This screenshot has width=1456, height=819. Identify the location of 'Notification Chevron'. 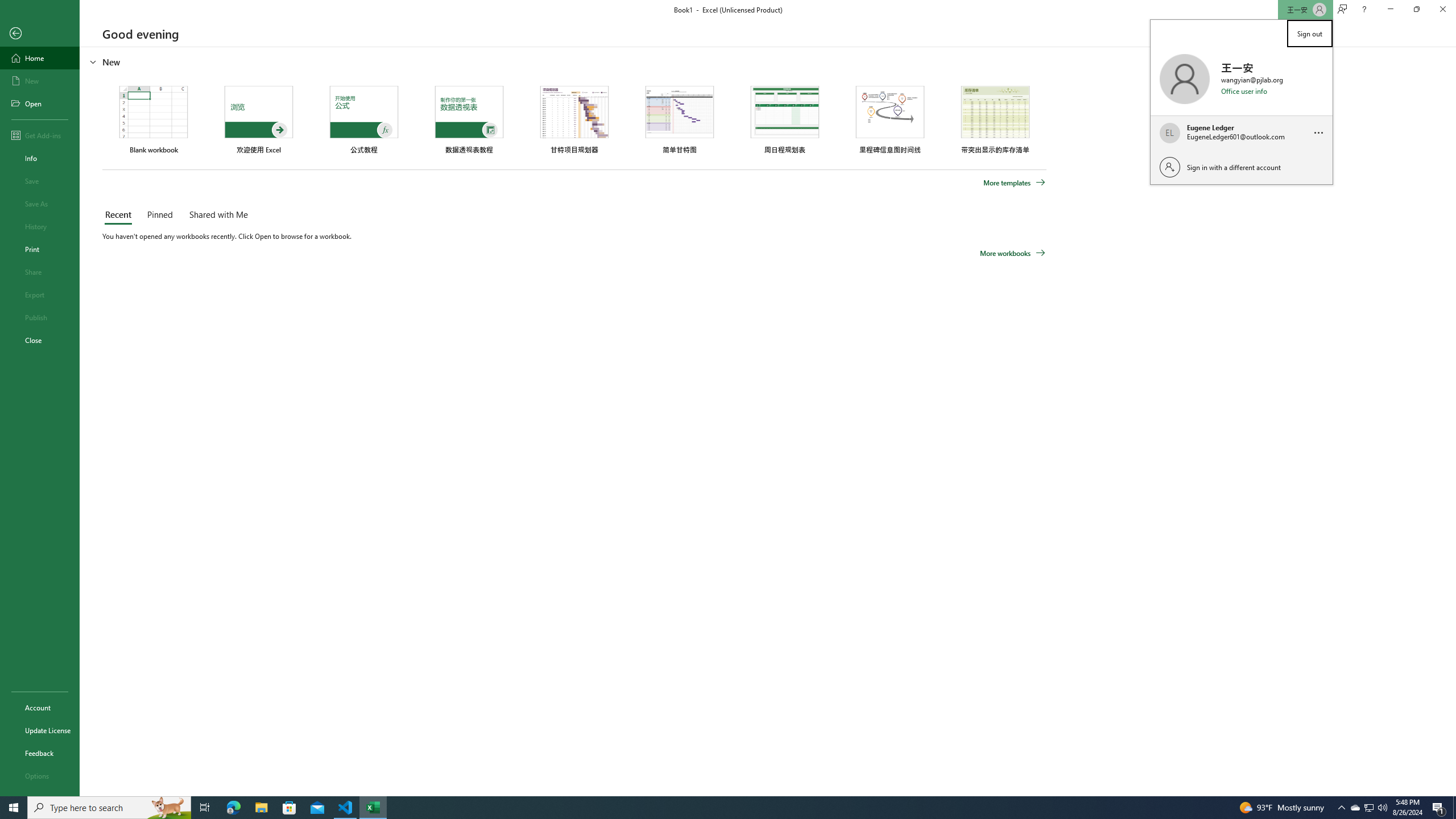
(1342, 806).